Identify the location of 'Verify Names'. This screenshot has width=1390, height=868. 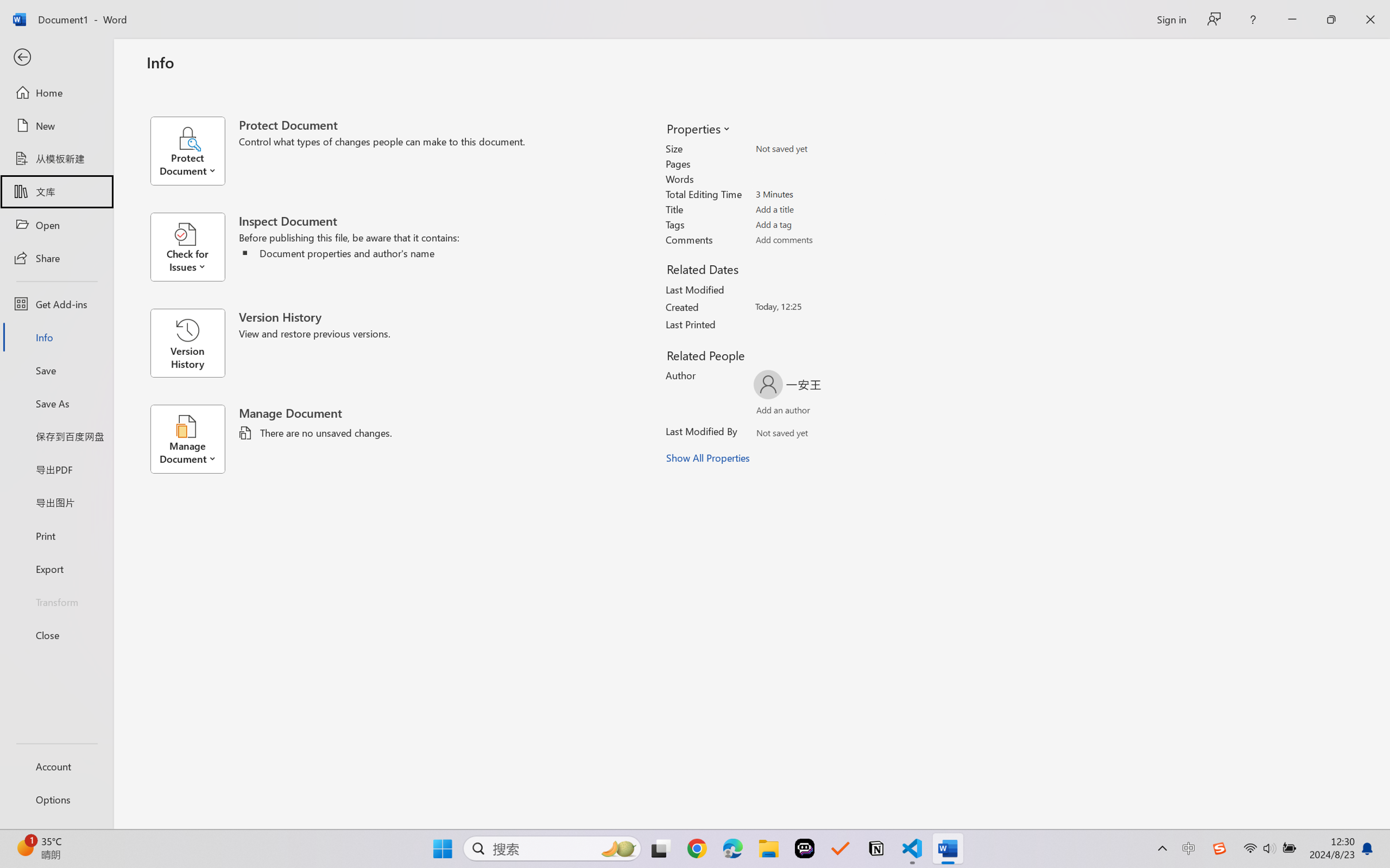
(802, 434).